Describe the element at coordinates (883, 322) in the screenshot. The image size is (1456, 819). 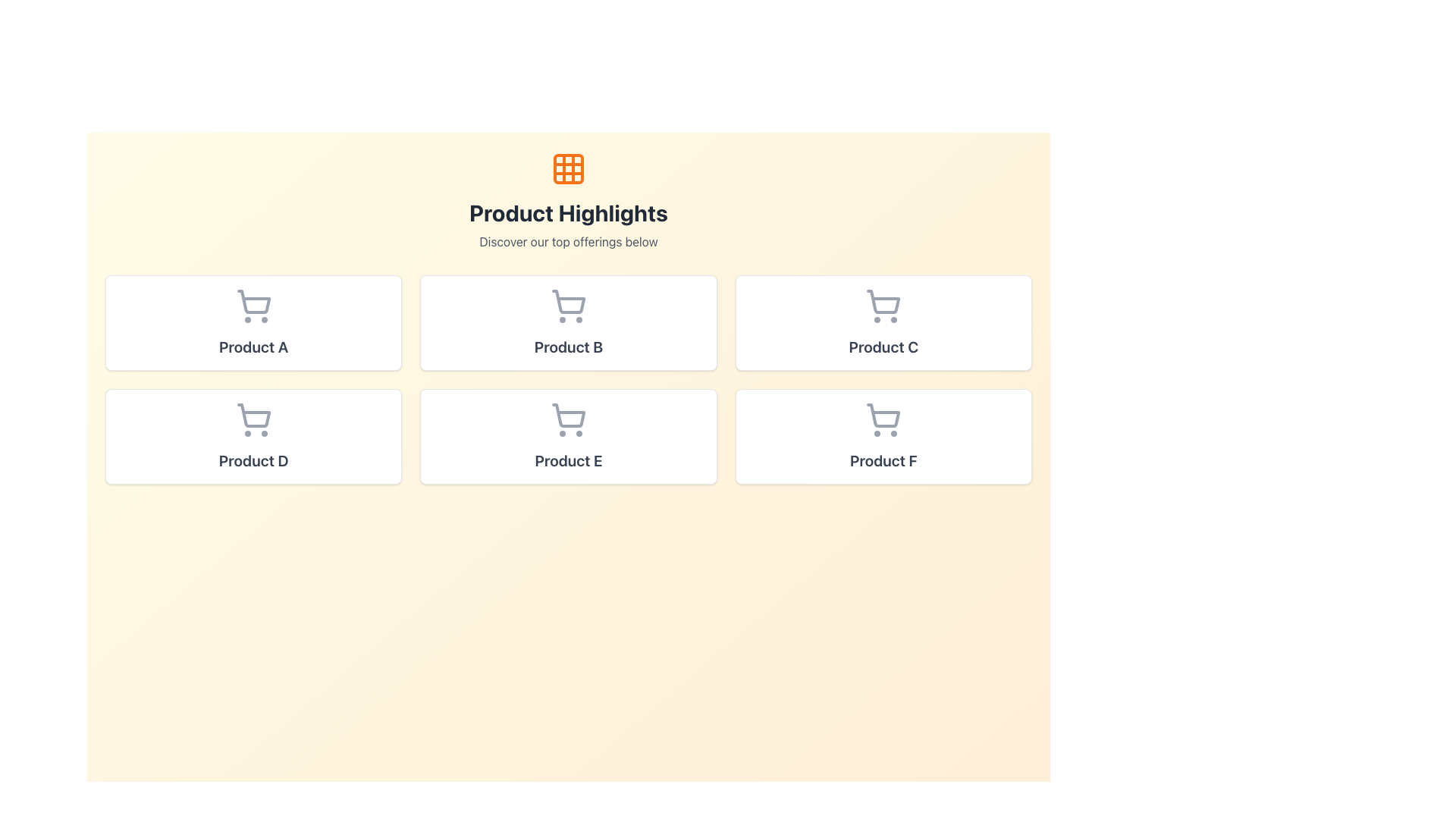
I see `the interactive card labeled 'Product C', which features a shopping cart icon at the top and is styled with rounded corners and a shadow effect` at that location.